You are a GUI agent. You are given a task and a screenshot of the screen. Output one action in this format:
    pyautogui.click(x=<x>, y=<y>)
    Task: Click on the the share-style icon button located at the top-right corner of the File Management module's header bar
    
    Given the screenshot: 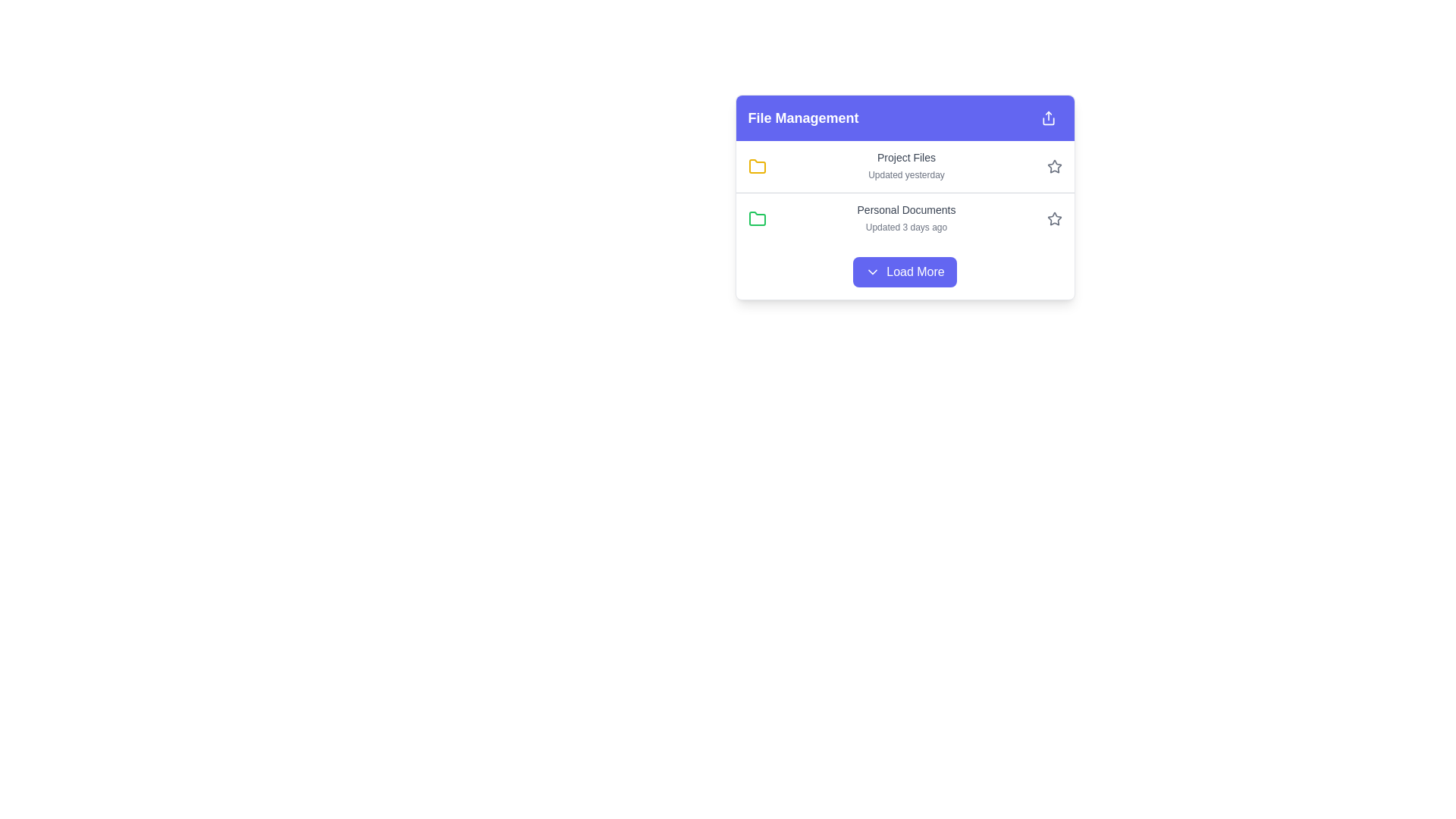 What is the action you would take?
    pyautogui.click(x=1047, y=117)
    